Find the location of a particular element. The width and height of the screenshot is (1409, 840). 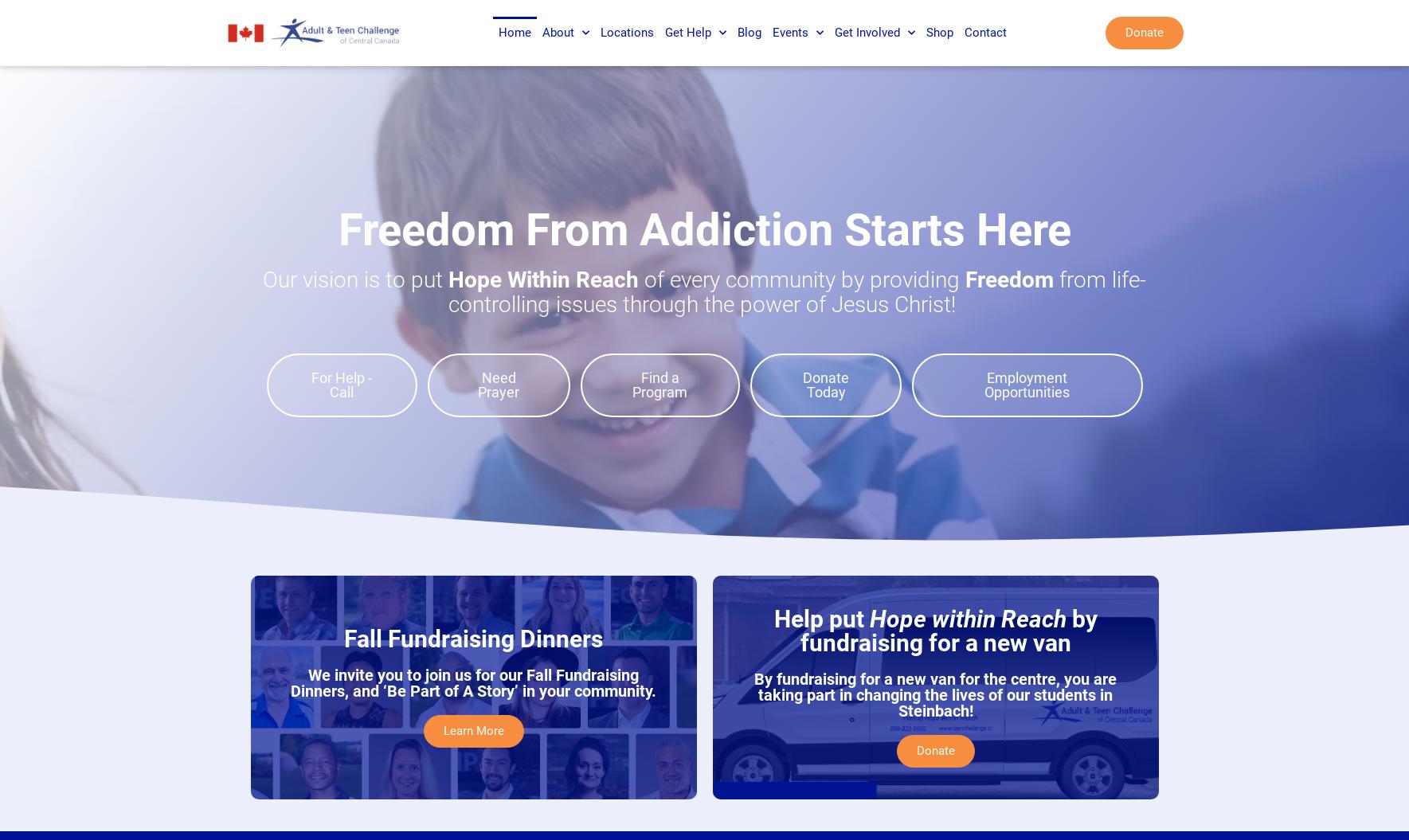

'from life-controlling issues through the power of Jesus Christ!' is located at coordinates (448, 292).